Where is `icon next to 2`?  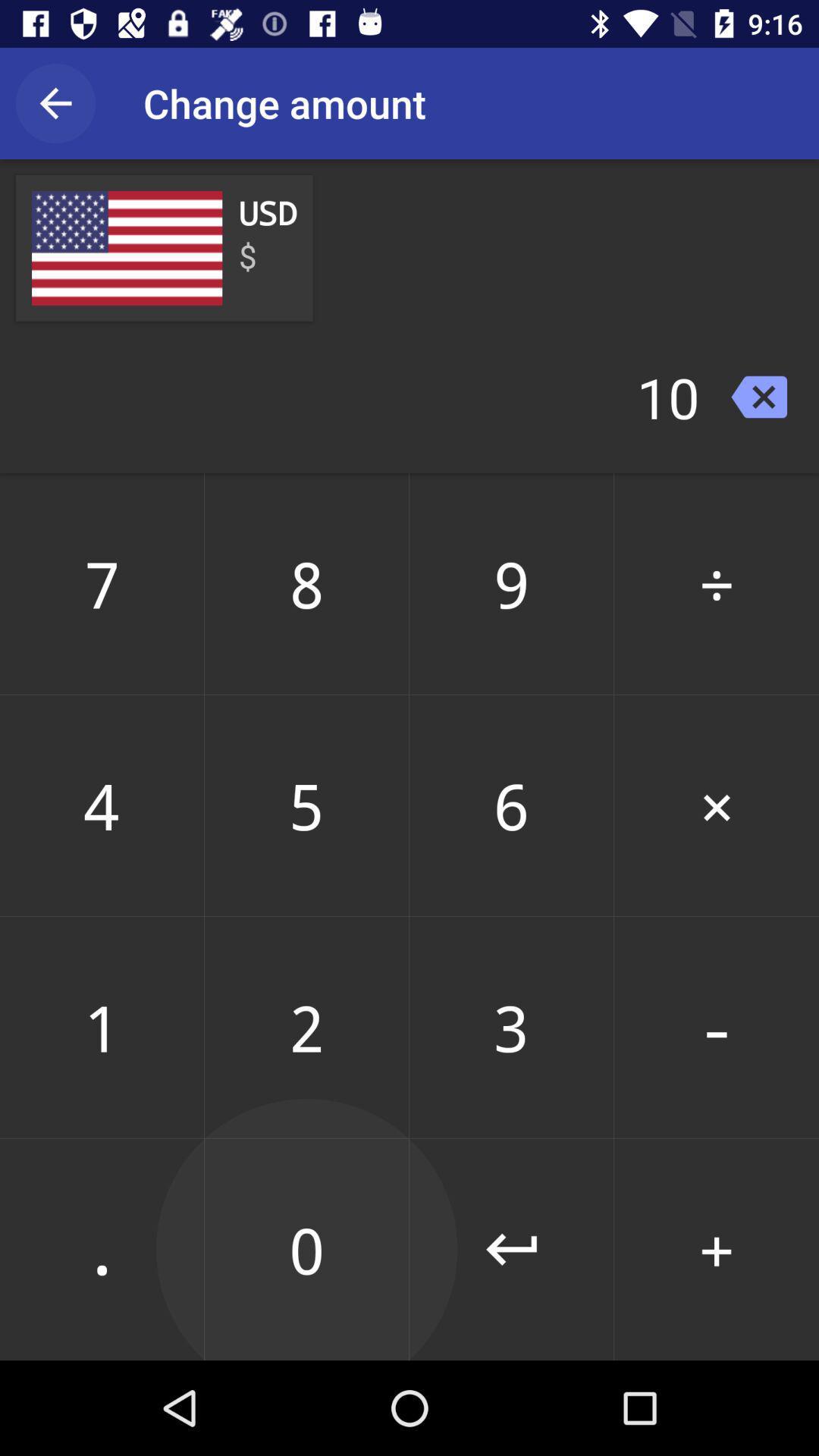 icon next to 2 is located at coordinates (511, 1249).